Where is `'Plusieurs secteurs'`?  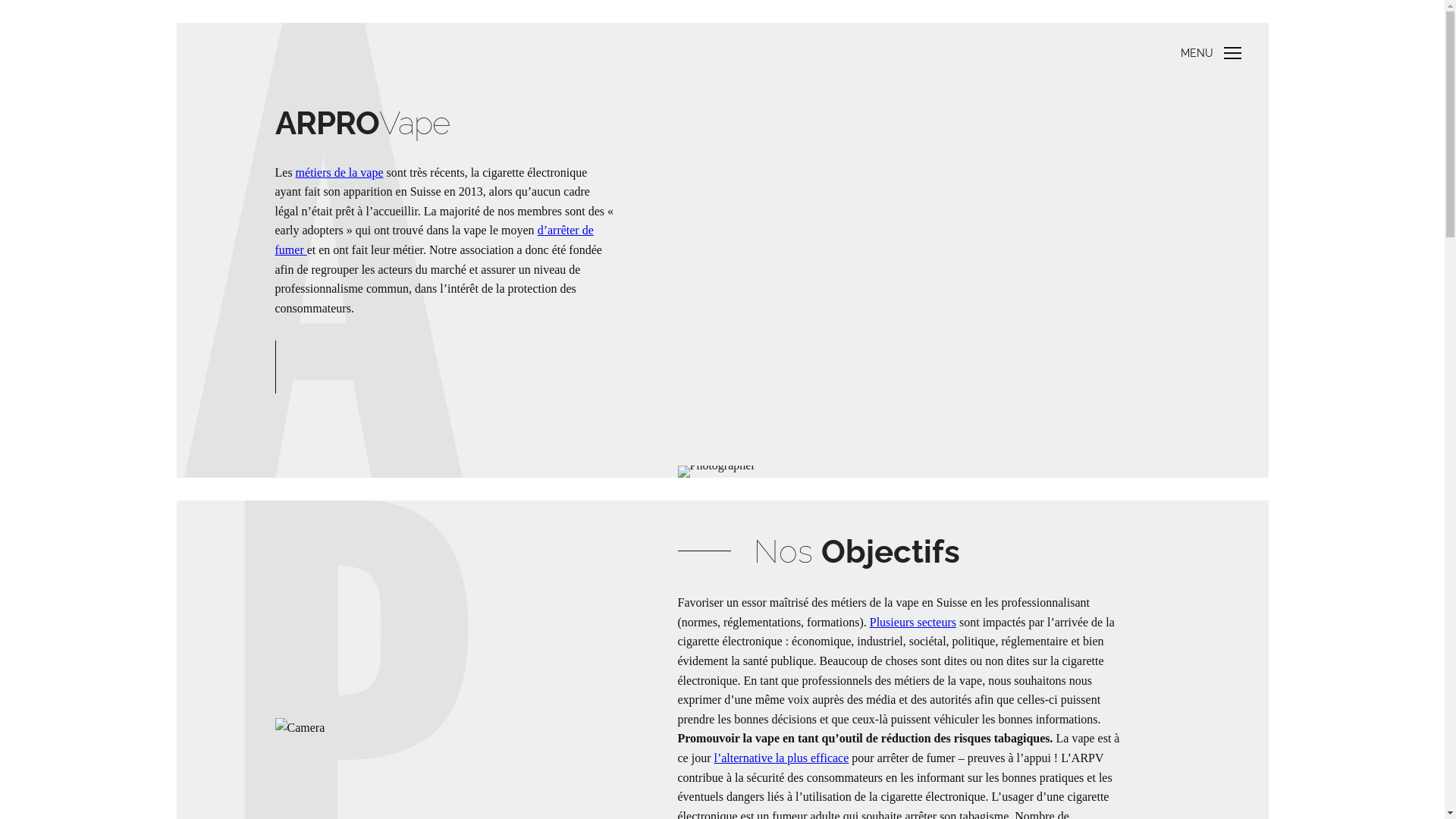 'Plusieurs secteurs' is located at coordinates (912, 622).